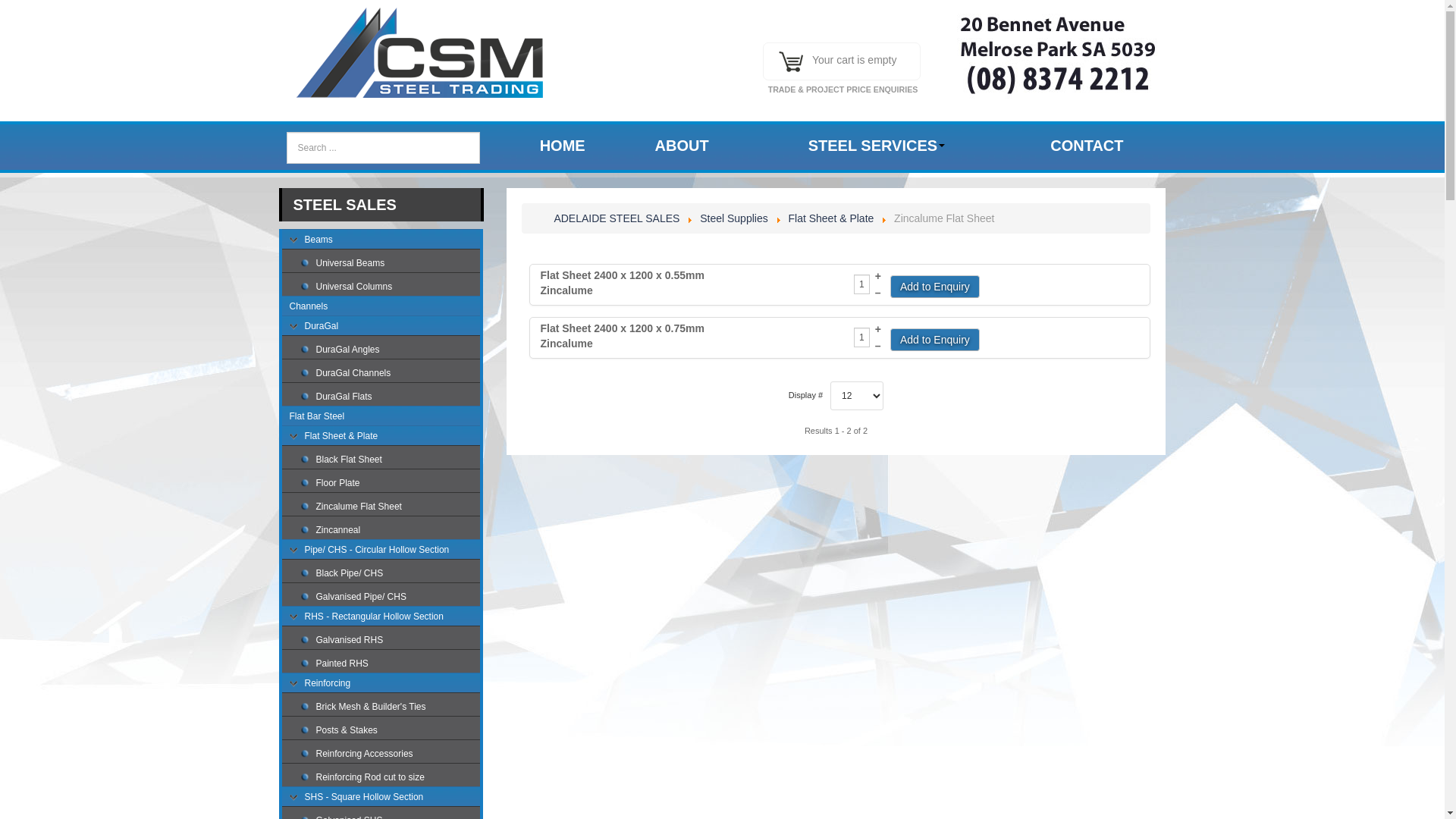 The image size is (1456, 819). Describe the element at coordinates (381, 438) in the screenshot. I see `'Flat Sheet & Plate'` at that location.